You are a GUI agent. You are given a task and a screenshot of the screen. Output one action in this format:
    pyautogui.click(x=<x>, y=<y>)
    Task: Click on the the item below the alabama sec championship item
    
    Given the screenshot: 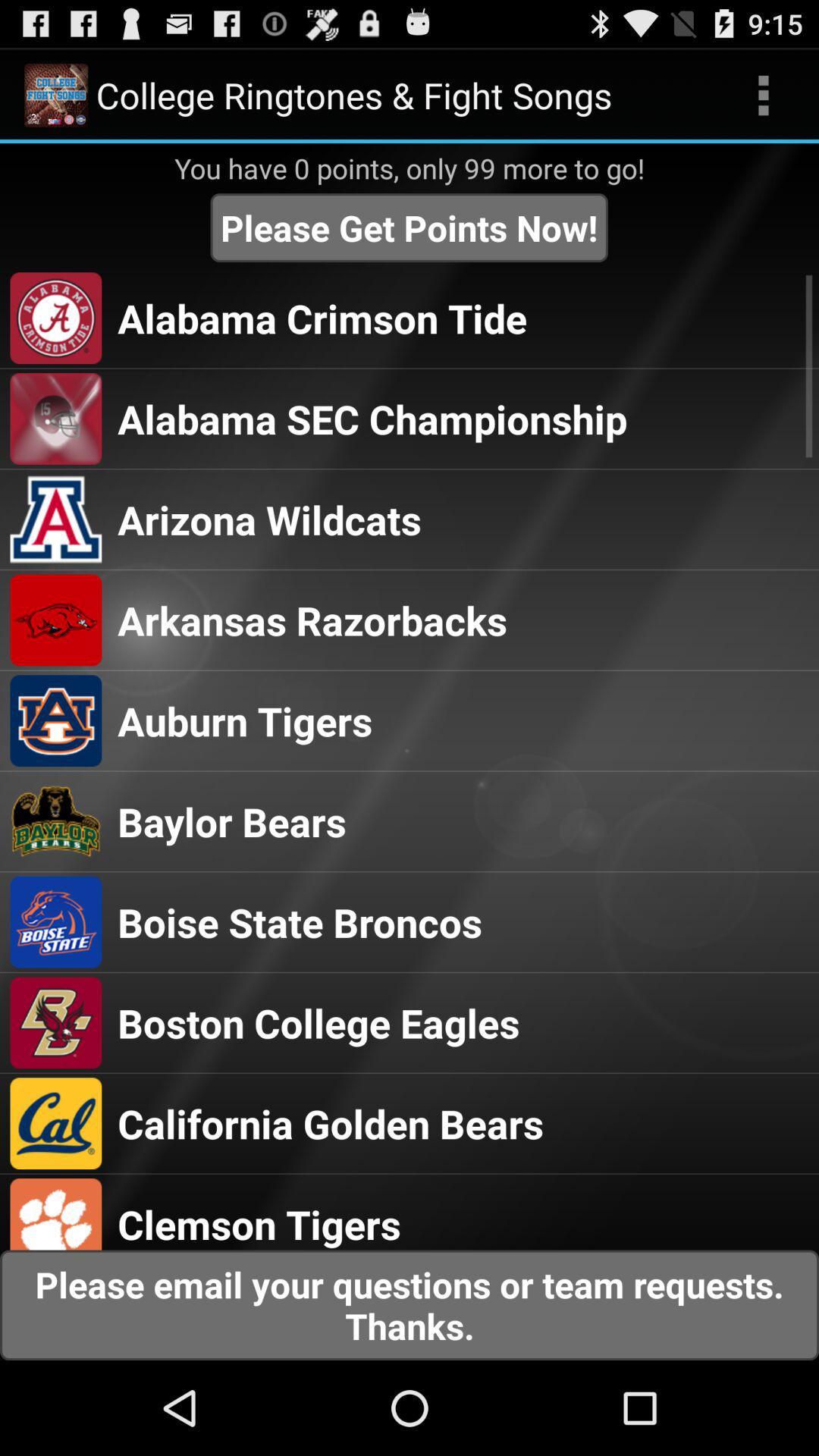 What is the action you would take?
    pyautogui.click(x=268, y=519)
    